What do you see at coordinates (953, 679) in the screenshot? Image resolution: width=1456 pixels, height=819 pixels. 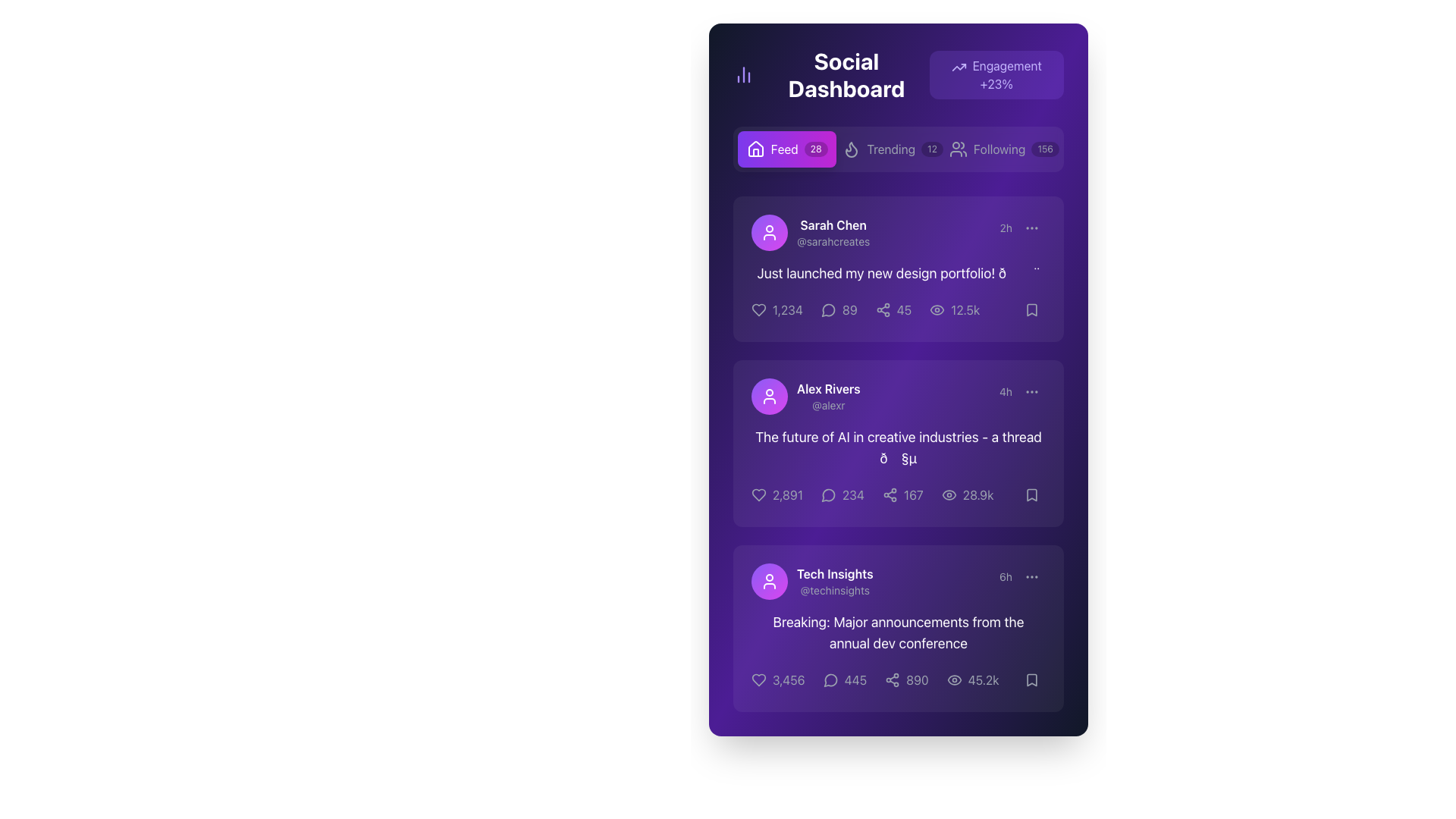 I see `the view count icon located adjacent to the number '45.2k' in the third post card of the feed section` at bounding box center [953, 679].